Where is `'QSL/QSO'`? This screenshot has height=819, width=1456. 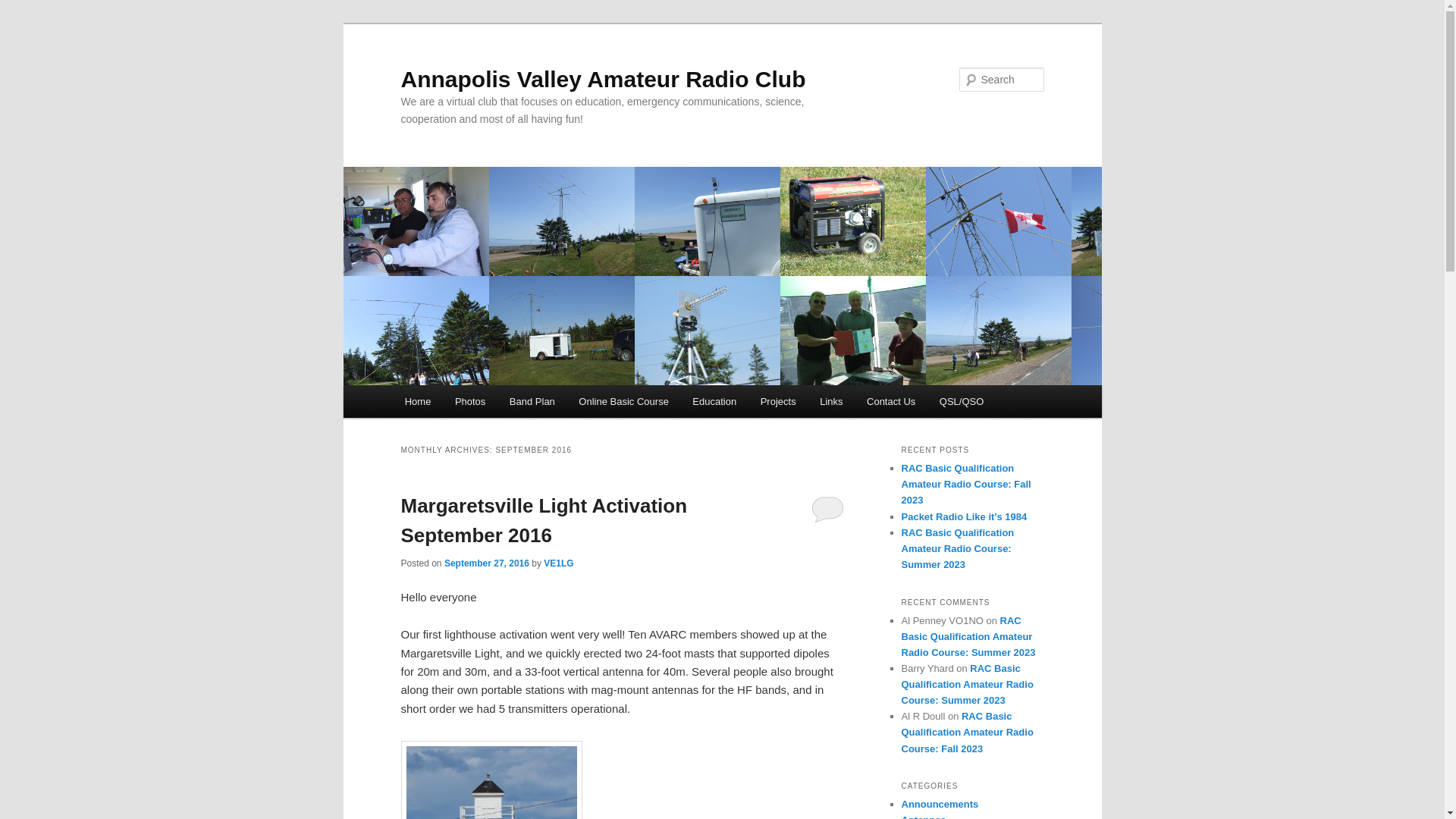
'QSL/QSO' is located at coordinates (927, 400).